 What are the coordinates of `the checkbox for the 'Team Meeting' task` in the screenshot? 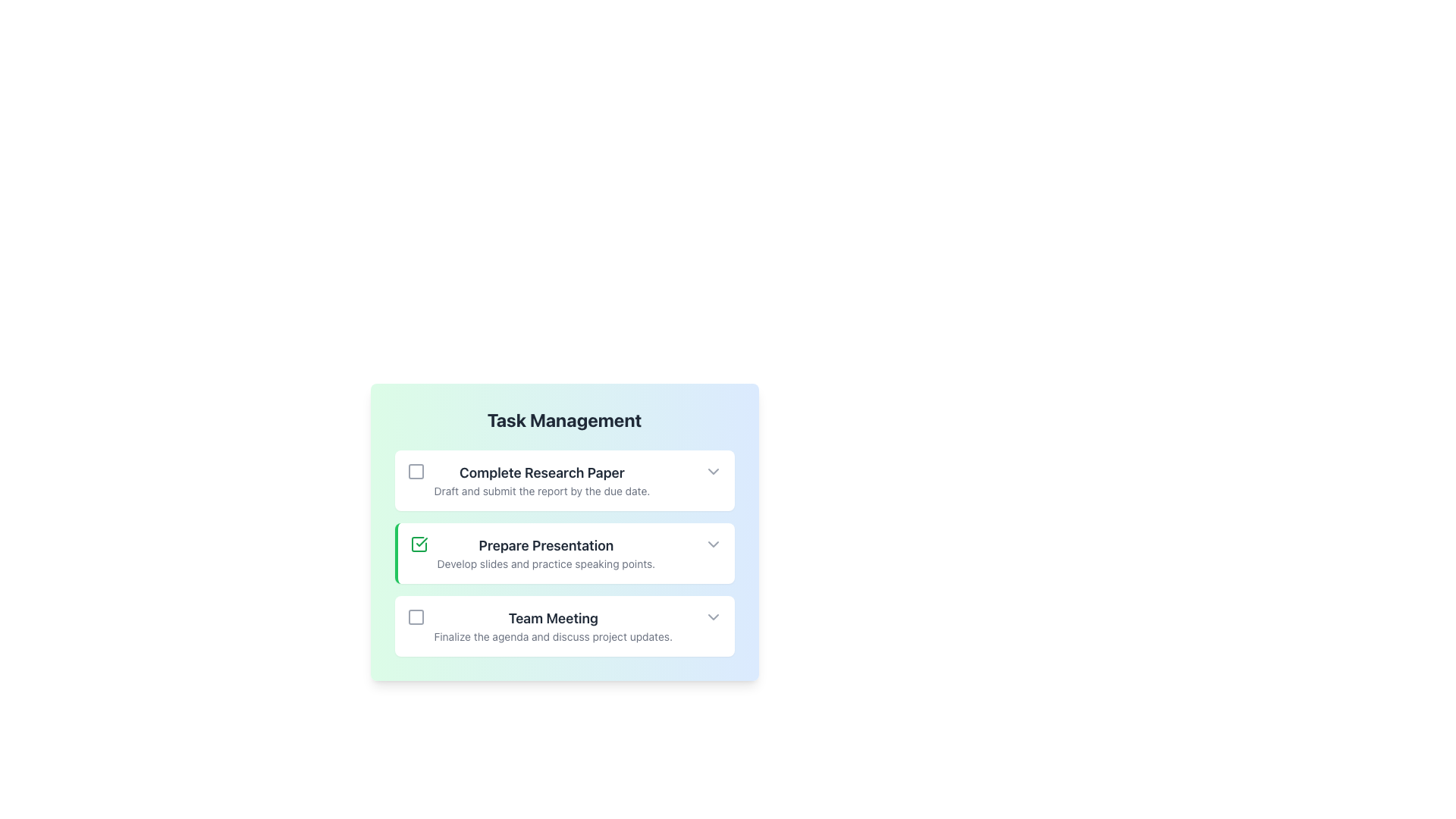 It's located at (416, 617).